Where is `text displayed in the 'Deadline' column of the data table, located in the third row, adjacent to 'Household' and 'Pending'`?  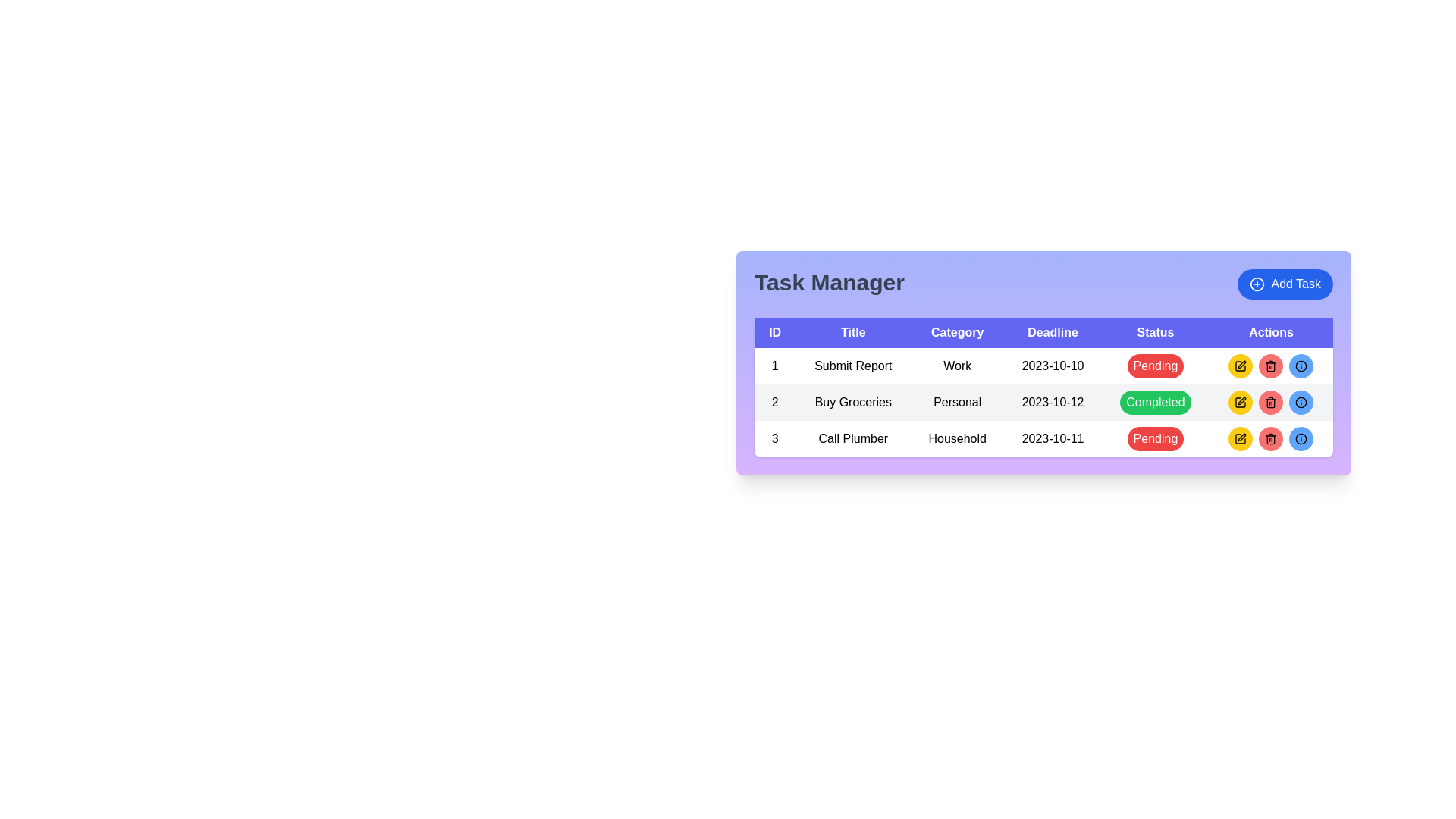
text displayed in the 'Deadline' column of the data table, located in the third row, adjacent to 'Household' and 'Pending' is located at coordinates (1052, 438).